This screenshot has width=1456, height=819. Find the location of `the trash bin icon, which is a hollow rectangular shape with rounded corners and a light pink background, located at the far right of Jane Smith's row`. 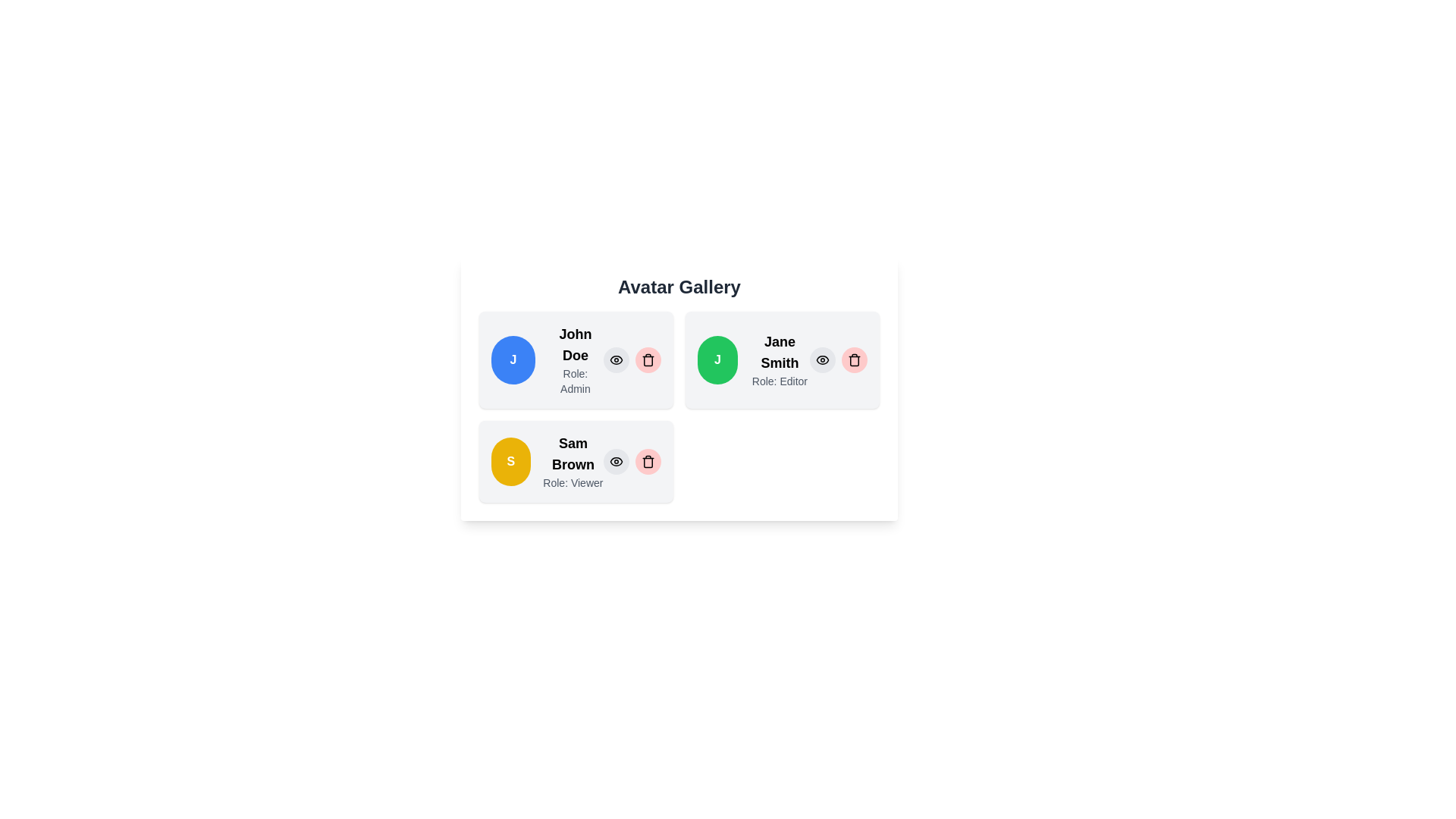

the trash bin icon, which is a hollow rectangular shape with rounded corners and a light pink background, located at the far right of Jane Smith's row is located at coordinates (855, 361).